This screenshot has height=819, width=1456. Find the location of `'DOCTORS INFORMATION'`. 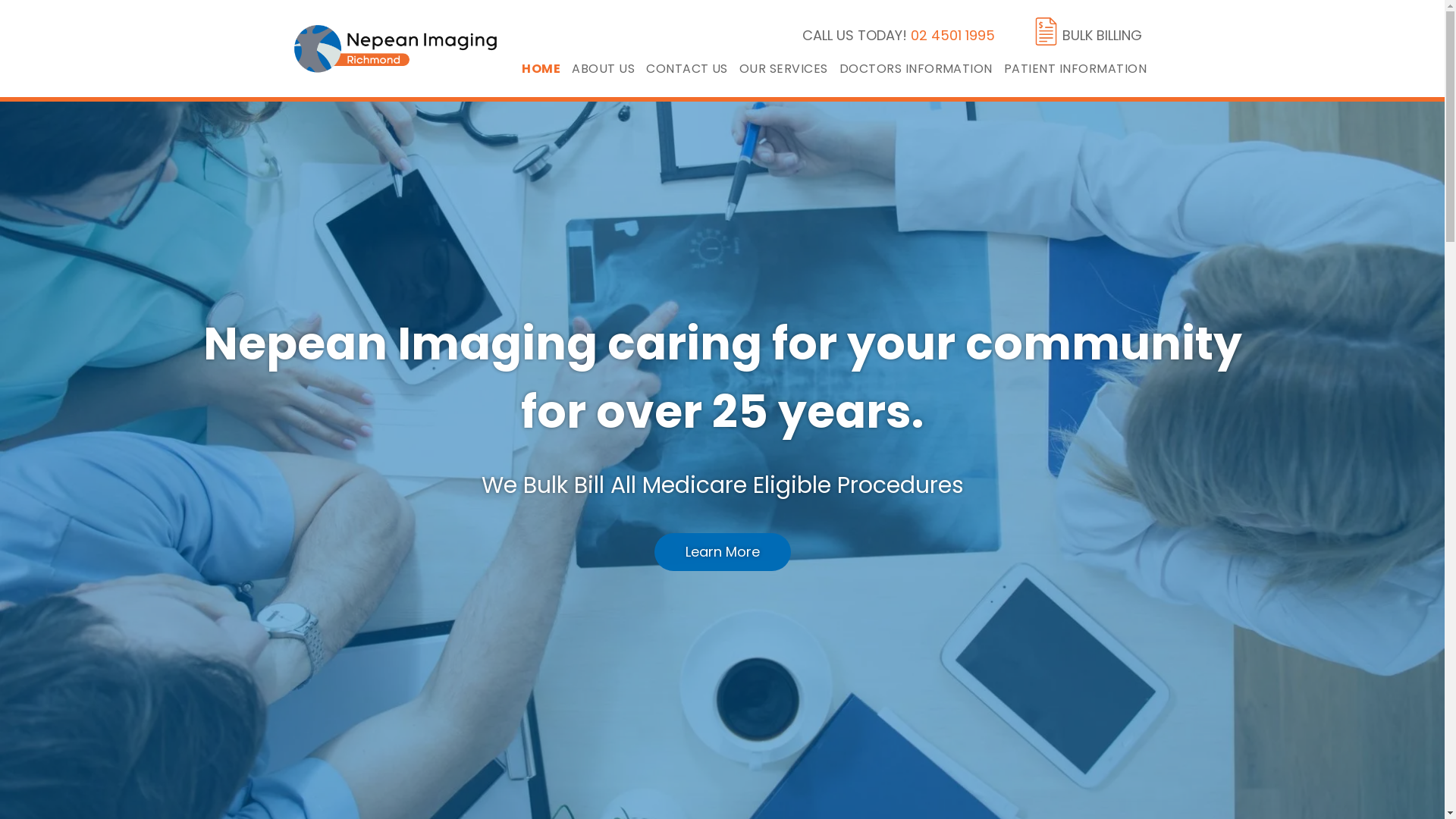

'DOCTORS INFORMATION' is located at coordinates (921, 68).